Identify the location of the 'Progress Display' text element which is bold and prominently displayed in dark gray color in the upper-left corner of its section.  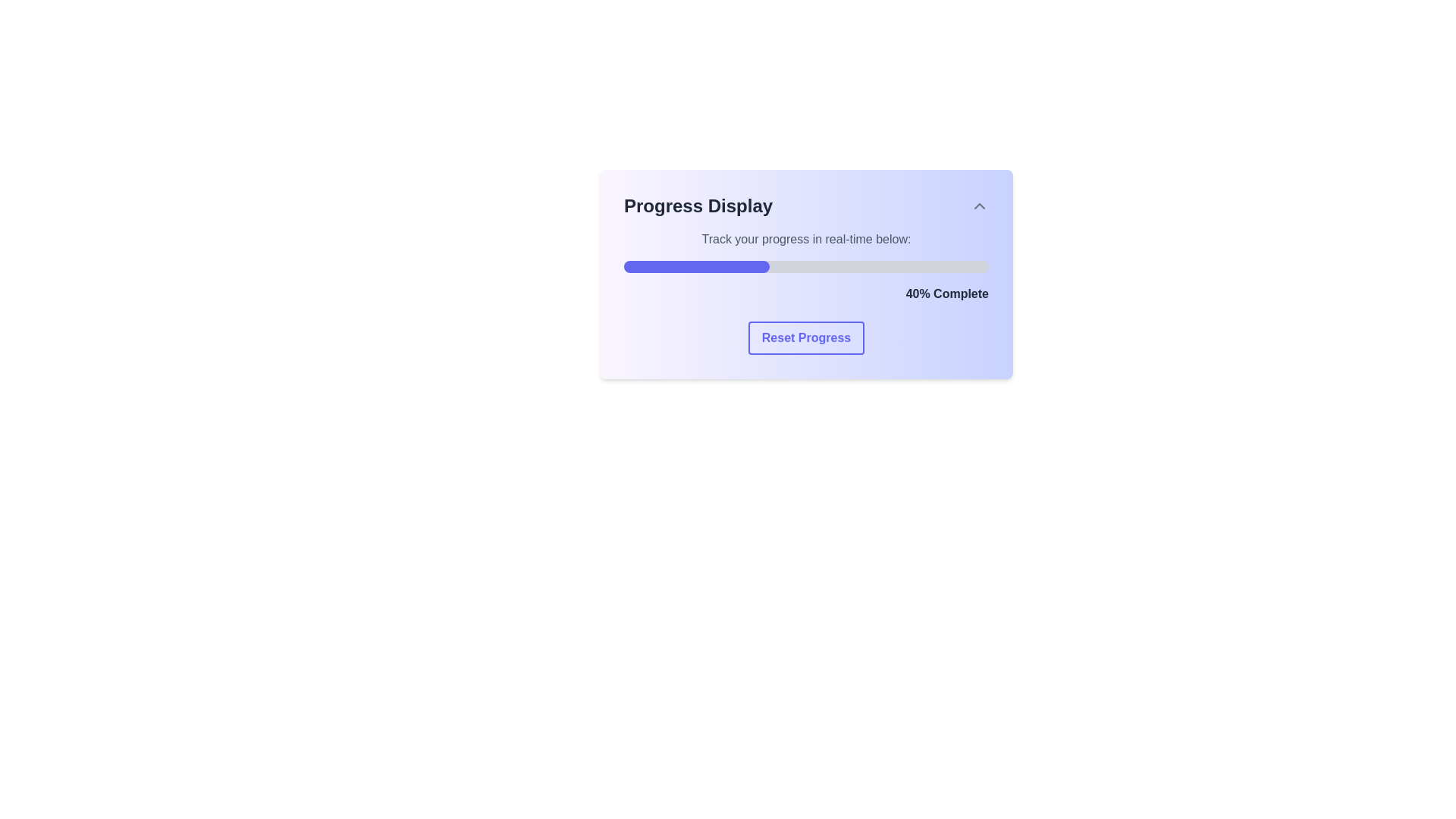
(698, 206).